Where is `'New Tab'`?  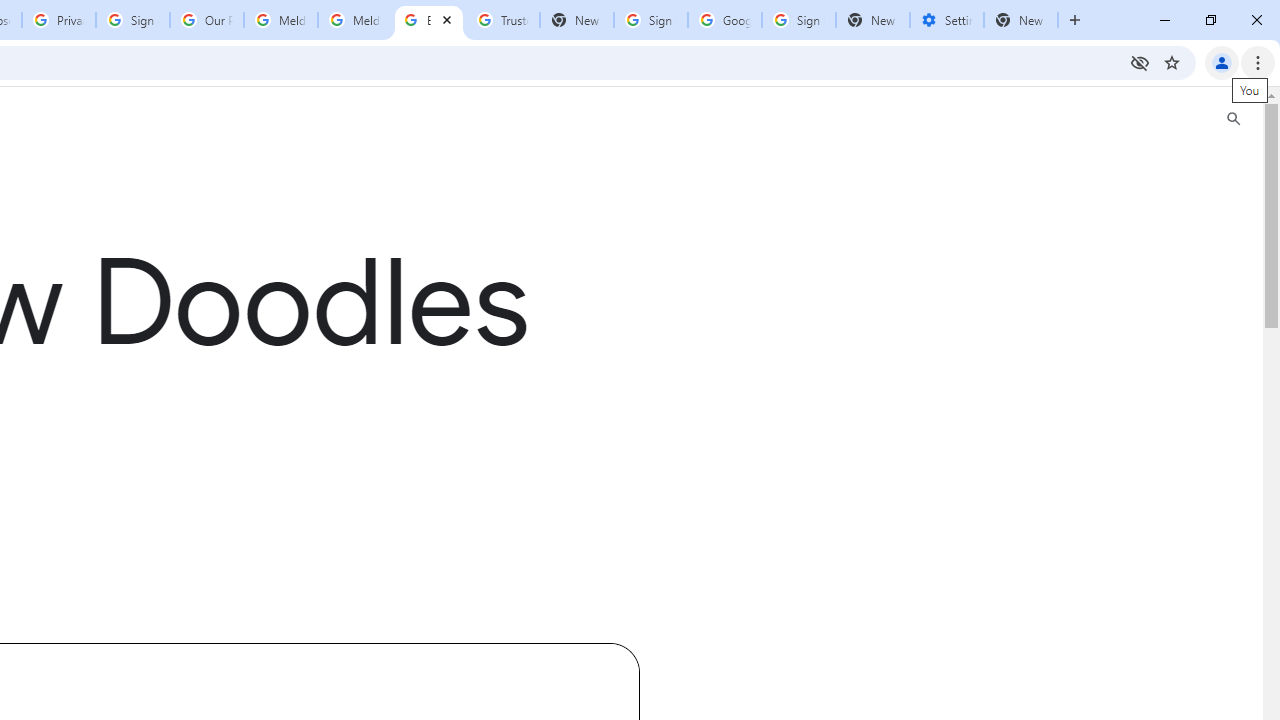 'New Tab' is located at coordinates (1021, 20).